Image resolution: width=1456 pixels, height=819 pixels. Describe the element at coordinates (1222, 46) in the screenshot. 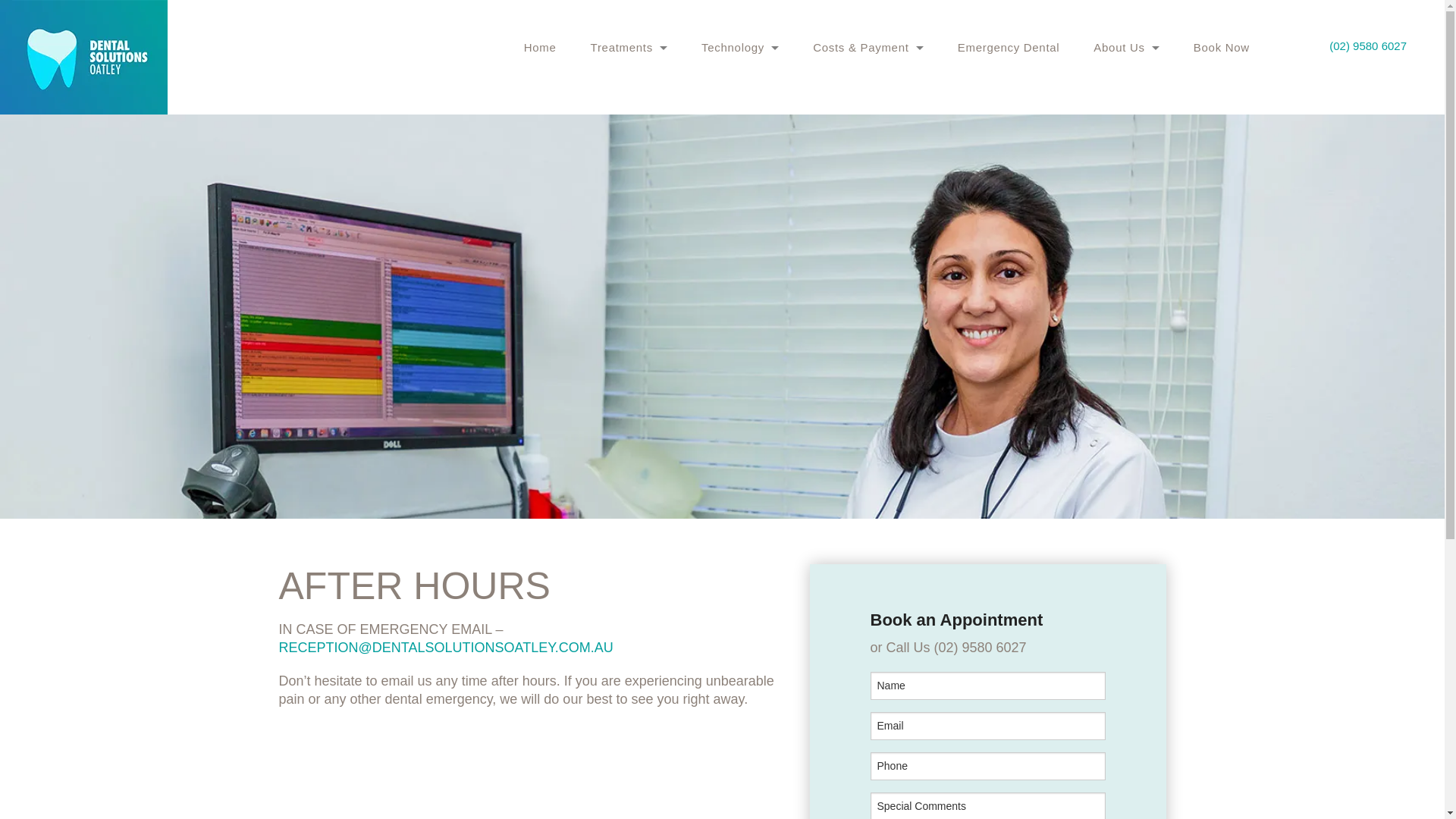

I see `'Book Now'` at that location.